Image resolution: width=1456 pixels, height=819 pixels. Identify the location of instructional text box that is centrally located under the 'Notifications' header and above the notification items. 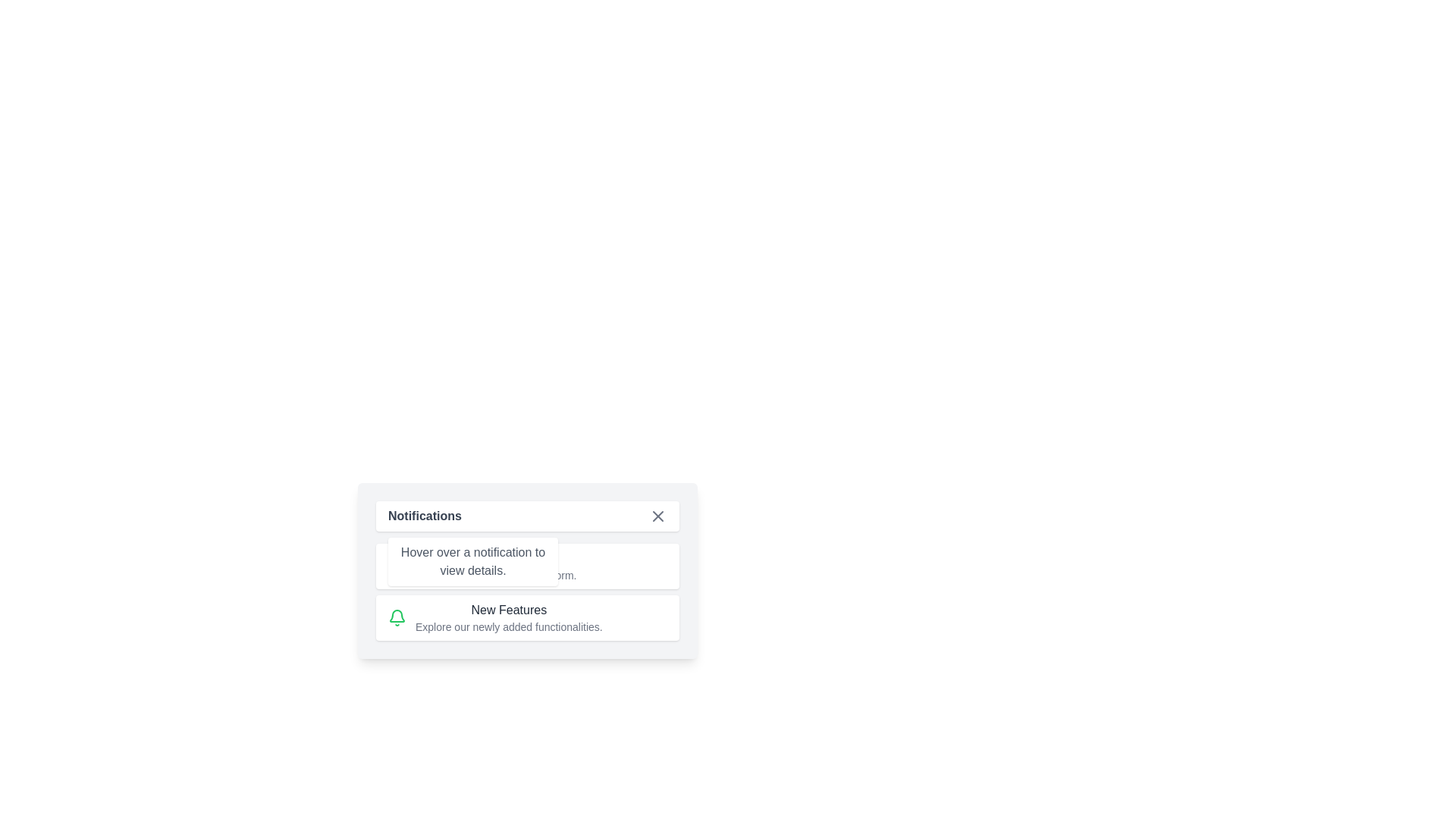
(472, 561).